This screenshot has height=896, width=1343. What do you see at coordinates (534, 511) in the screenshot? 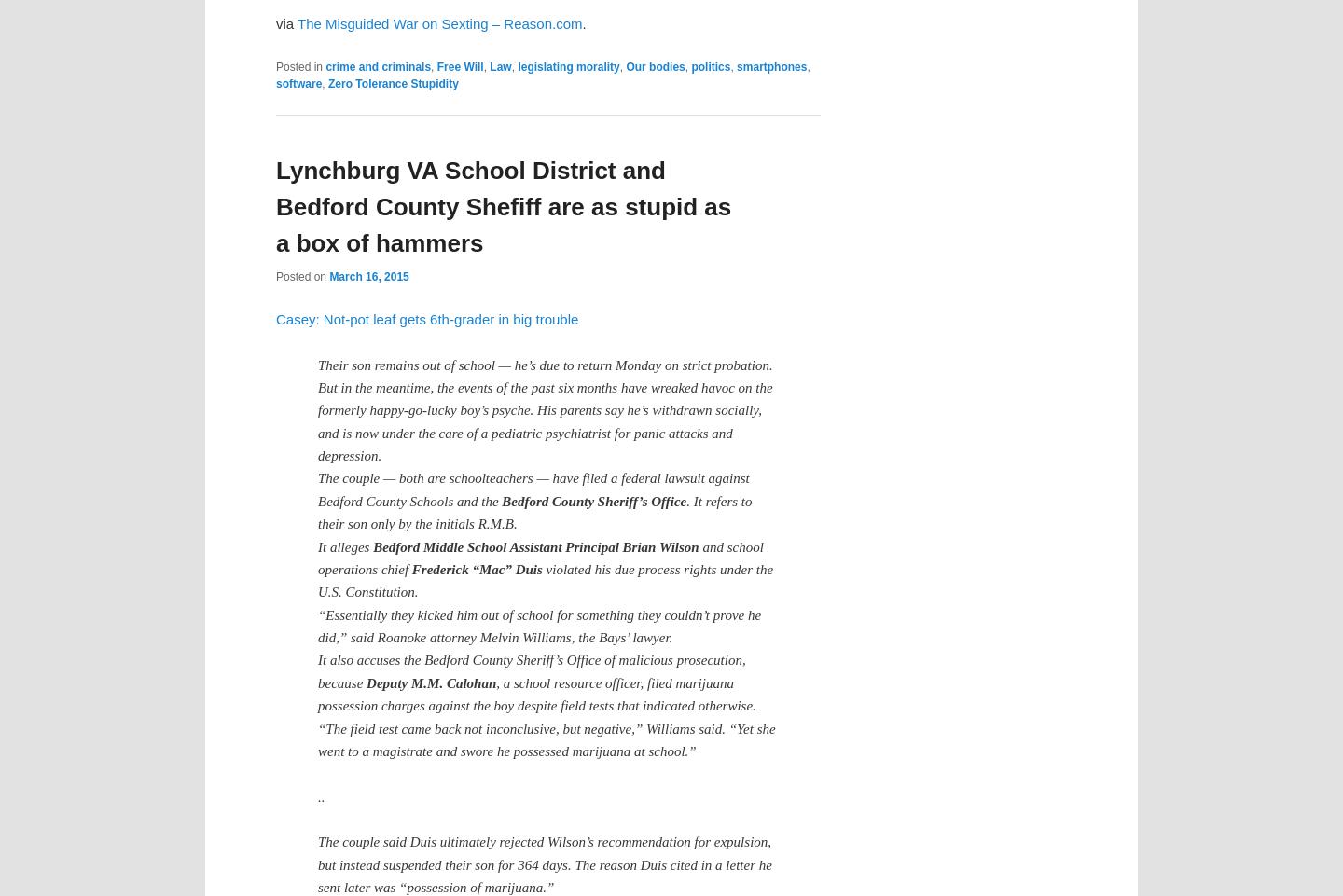
I see `'. It refers to their son only by the initials R.M.B.'` at bounding box center [534, 511].